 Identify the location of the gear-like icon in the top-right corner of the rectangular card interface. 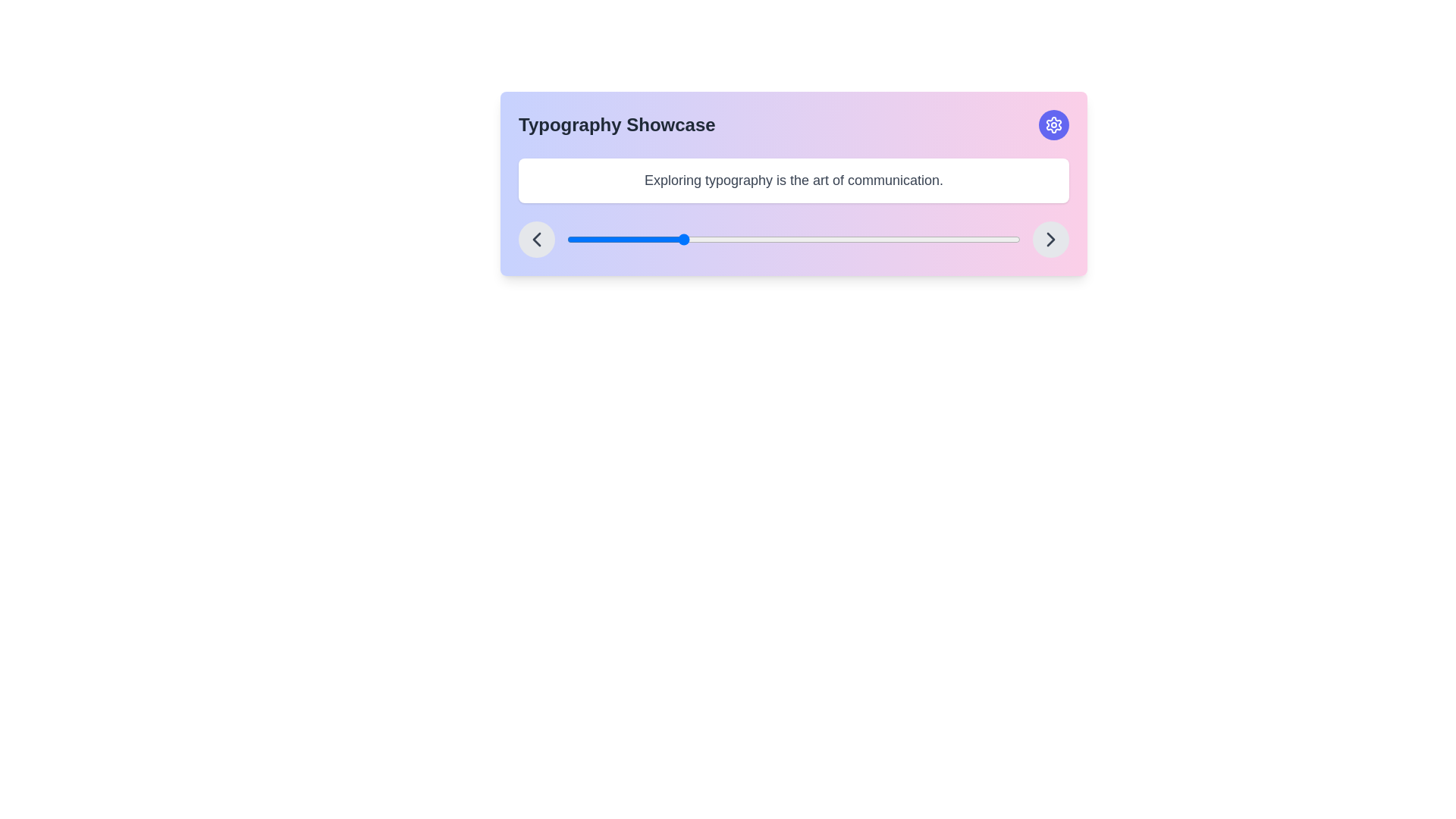
(1053, 124).